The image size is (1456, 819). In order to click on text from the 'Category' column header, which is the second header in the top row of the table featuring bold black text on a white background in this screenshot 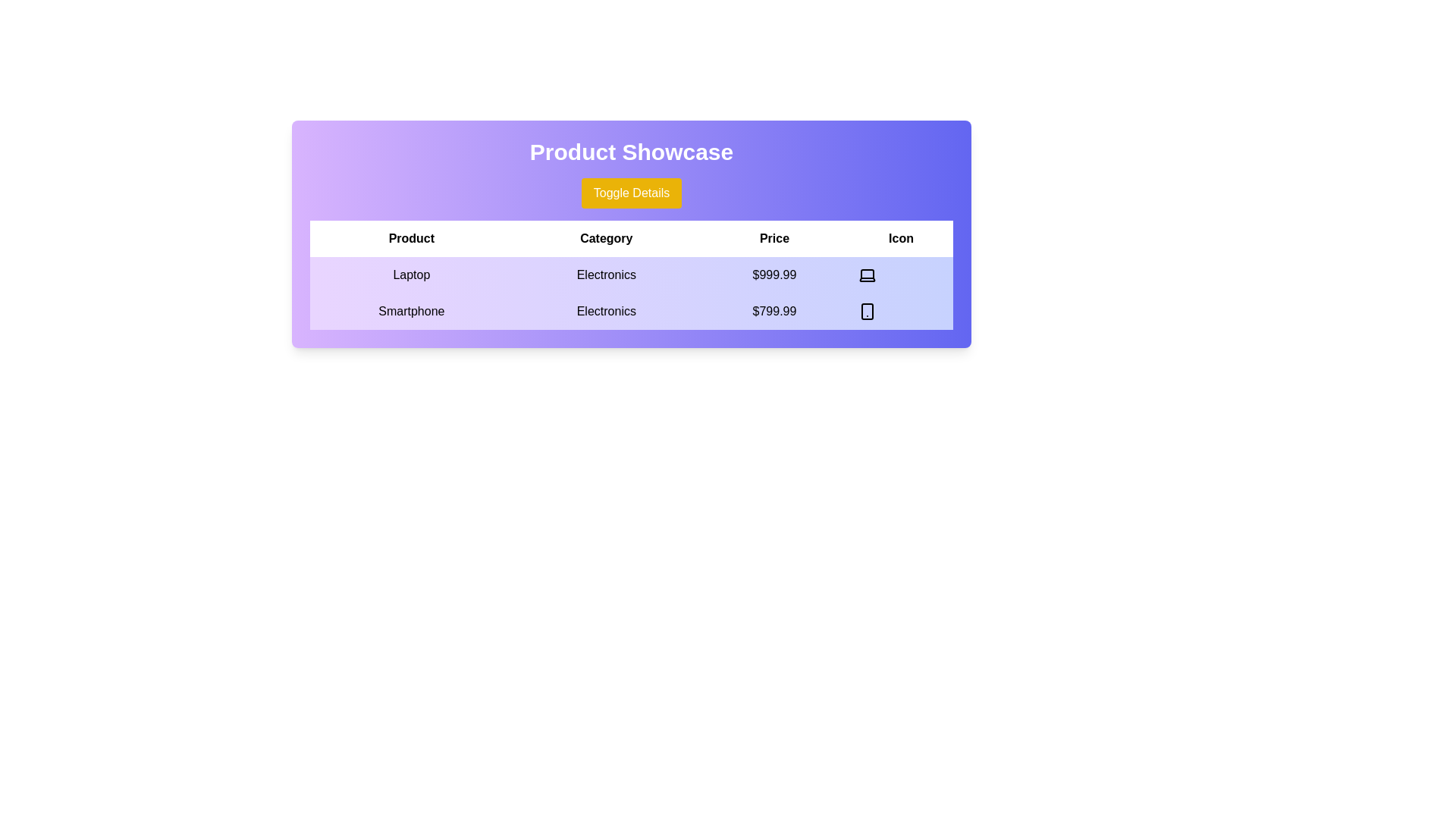, I will do `click(632, 239)`.